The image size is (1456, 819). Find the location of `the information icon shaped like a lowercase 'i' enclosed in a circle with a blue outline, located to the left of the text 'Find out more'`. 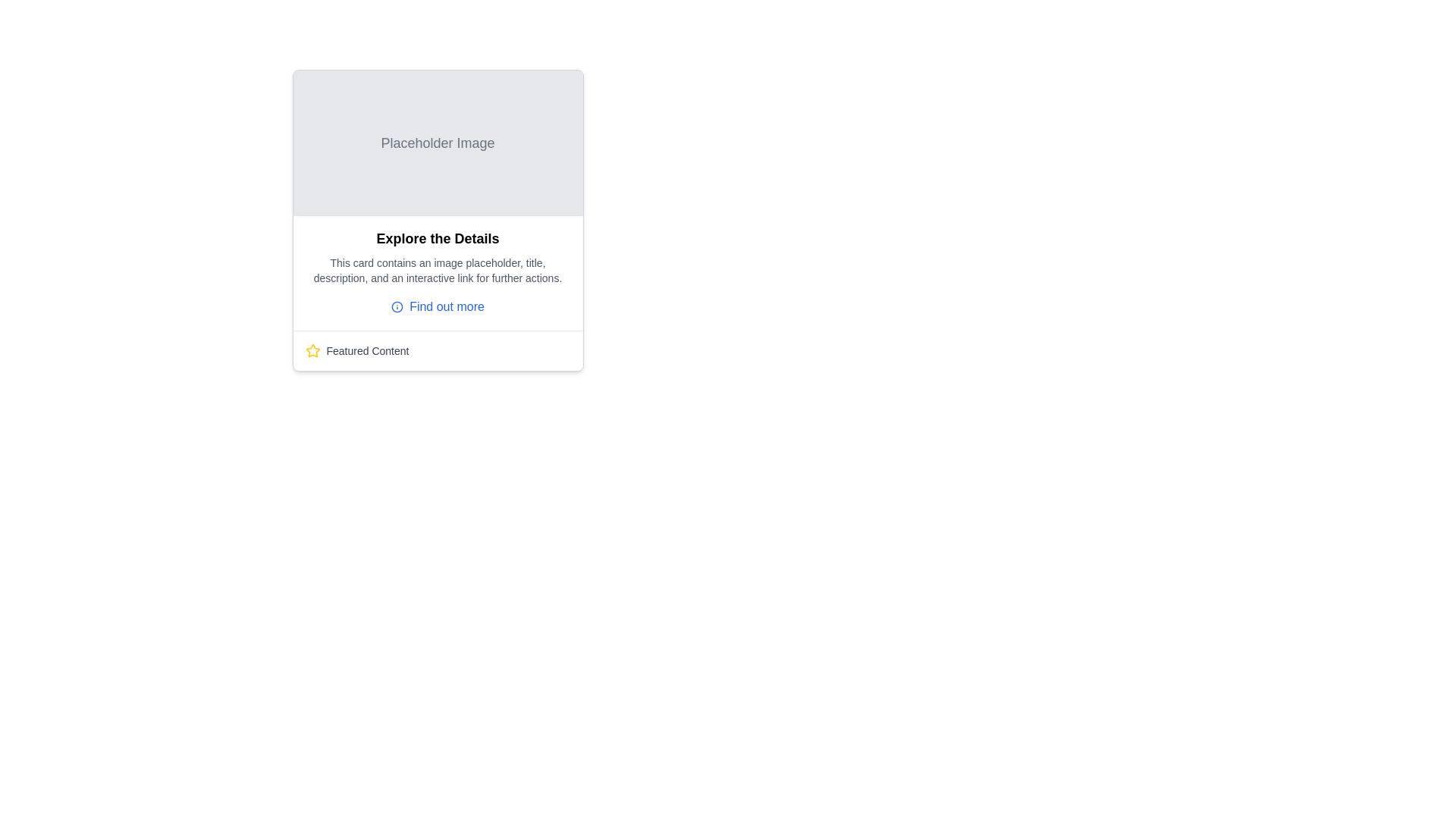

the information icon shaped like a lowercase 'i' enclosed in a circle with a blue outline, located to the left of the text 'Find out more' is located at coordinates (397, 307).